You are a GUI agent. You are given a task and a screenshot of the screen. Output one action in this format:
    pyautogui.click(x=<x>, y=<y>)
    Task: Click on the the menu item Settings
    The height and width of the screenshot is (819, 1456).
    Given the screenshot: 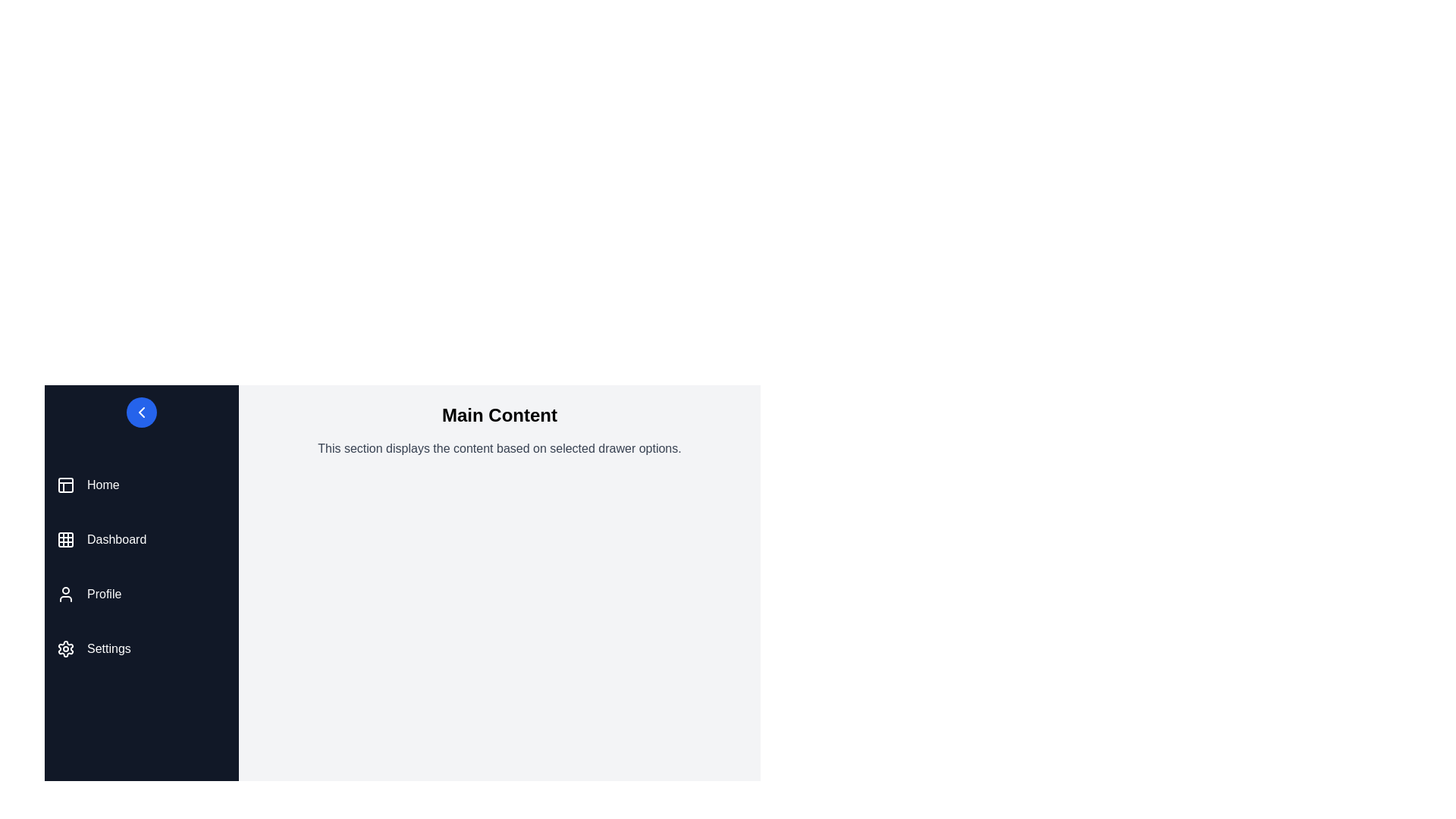 What is the action you would take?
    pyautogui.click(x=142, y=648)
    